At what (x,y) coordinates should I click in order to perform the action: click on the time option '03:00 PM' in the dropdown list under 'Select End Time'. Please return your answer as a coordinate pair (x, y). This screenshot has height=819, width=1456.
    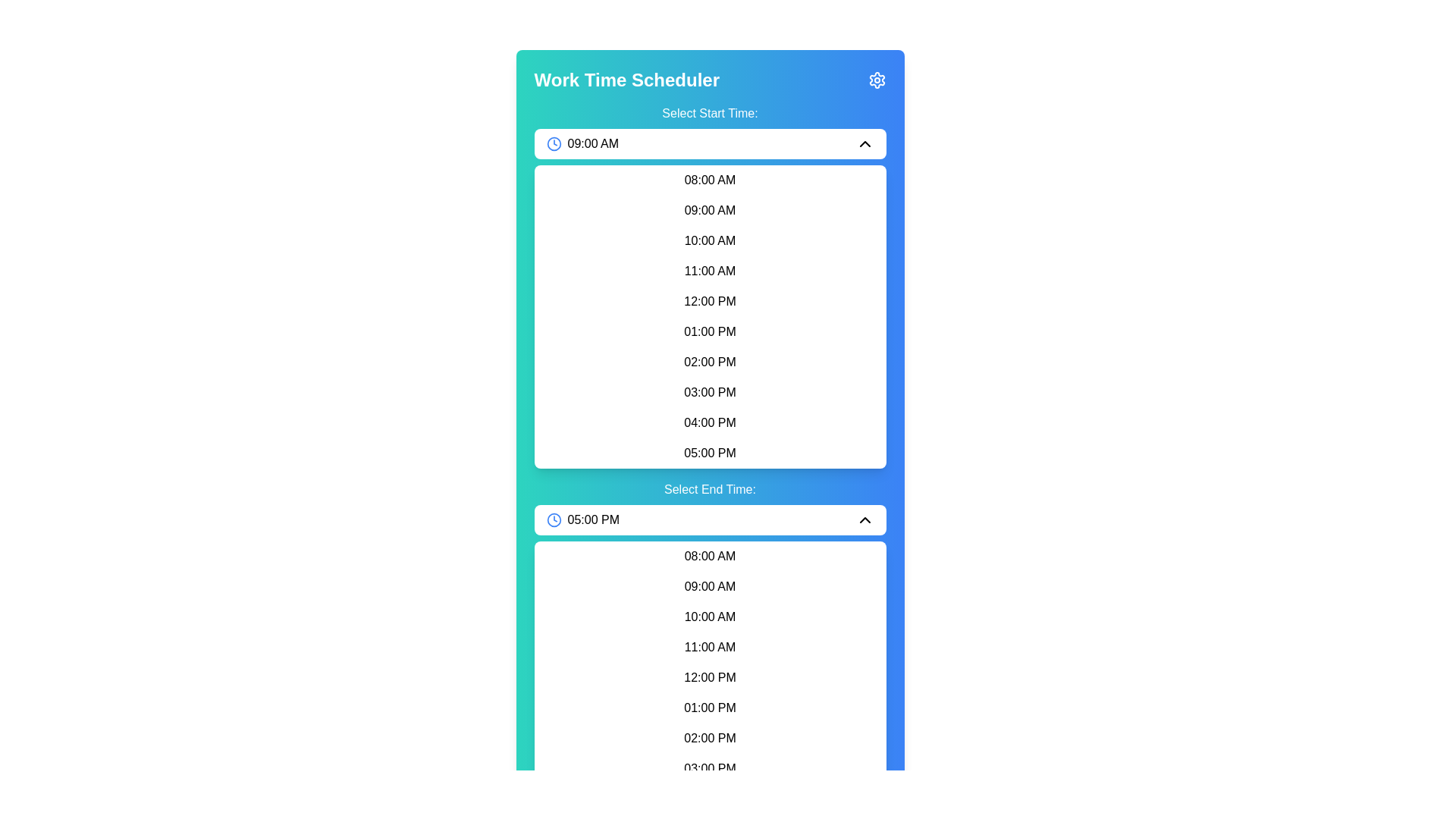
    Looking at the image, I should click on (709, 769).